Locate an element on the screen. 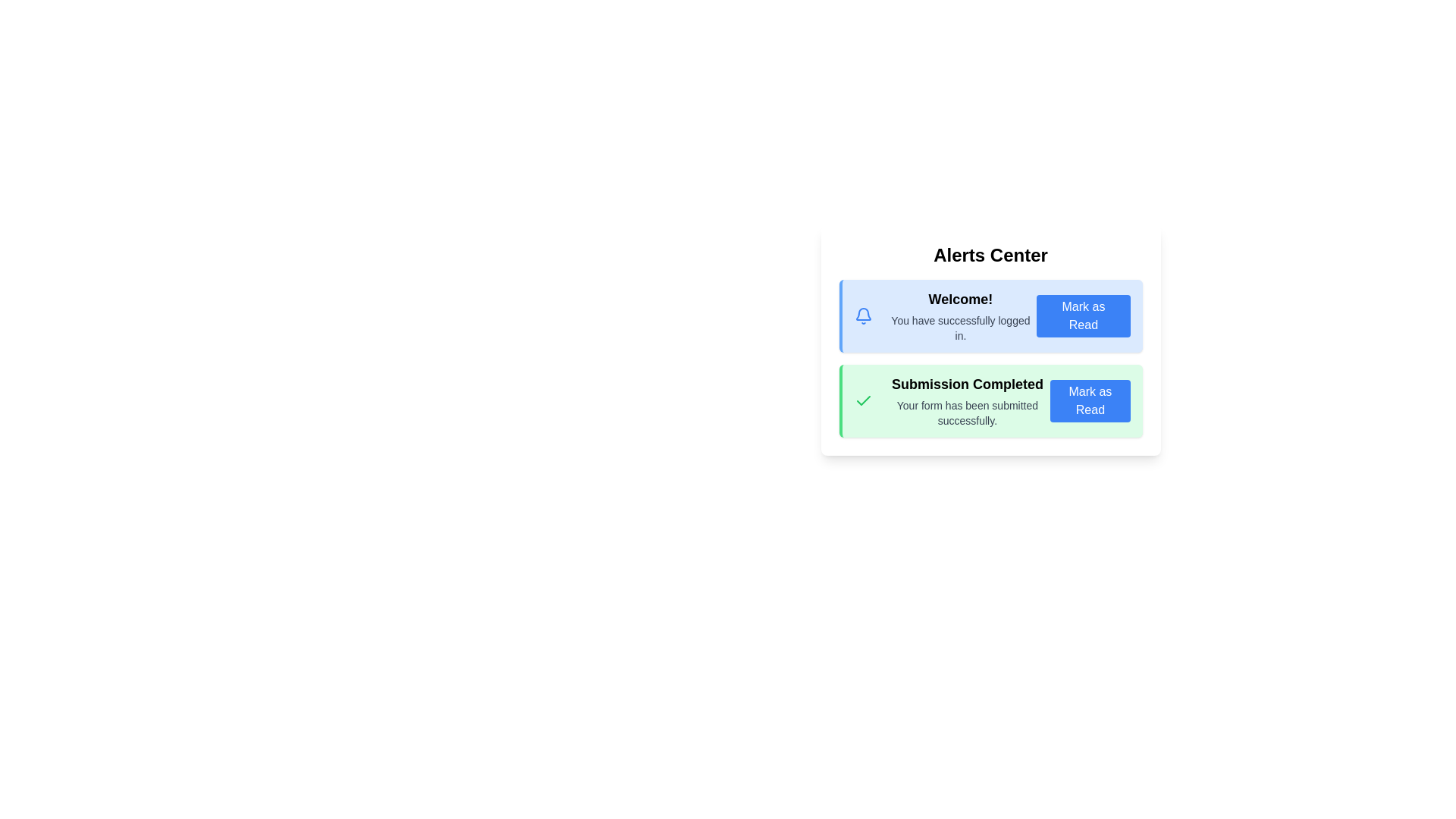 The width and height of the screenshot is (1456, 819). the text display element that confirms successful form submission, located under the 'Submission Completed' heading in the Alerts Center interface is located at coordinates (966, 413).